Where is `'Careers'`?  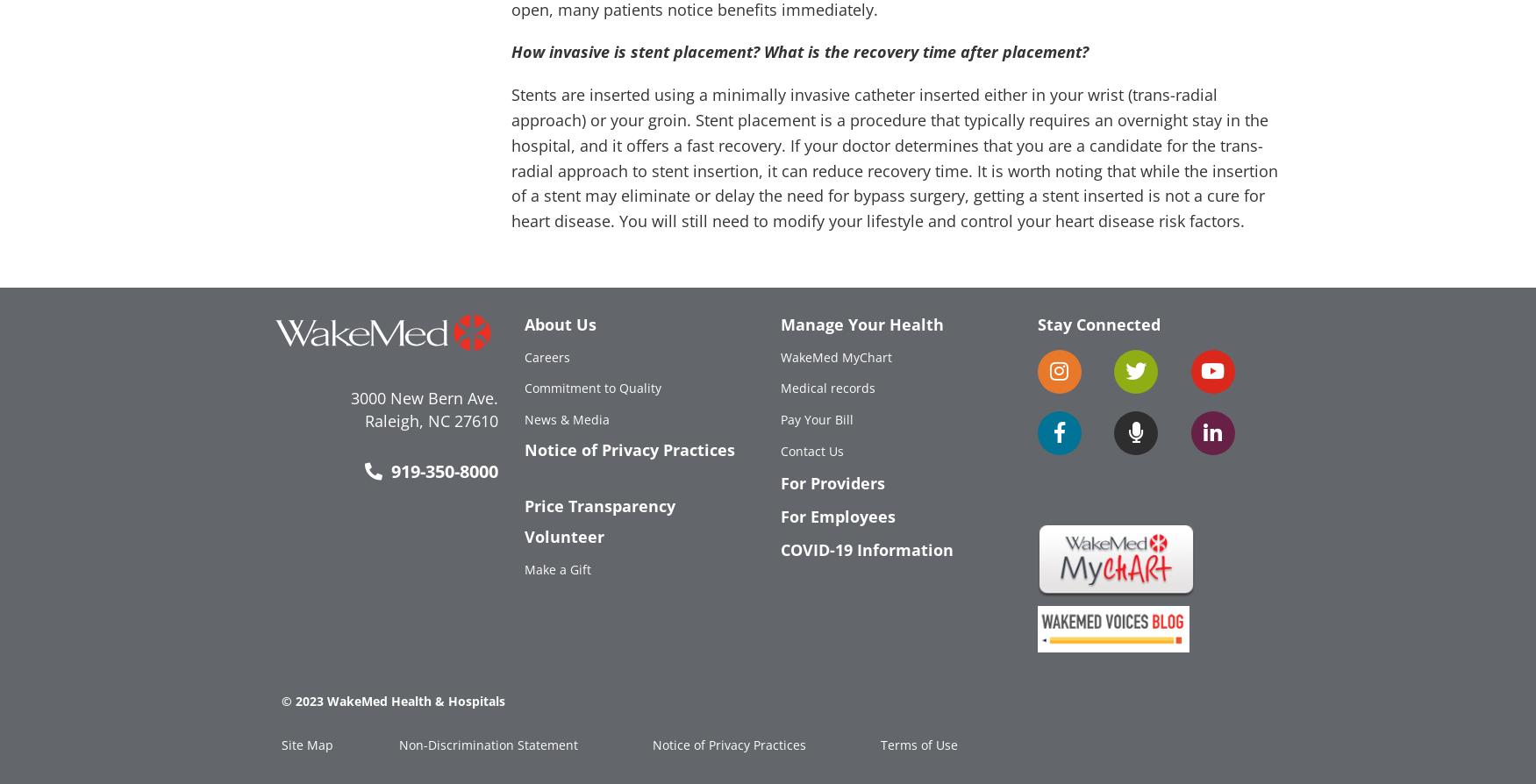
'Careers' is located at coordinates (524, 355).